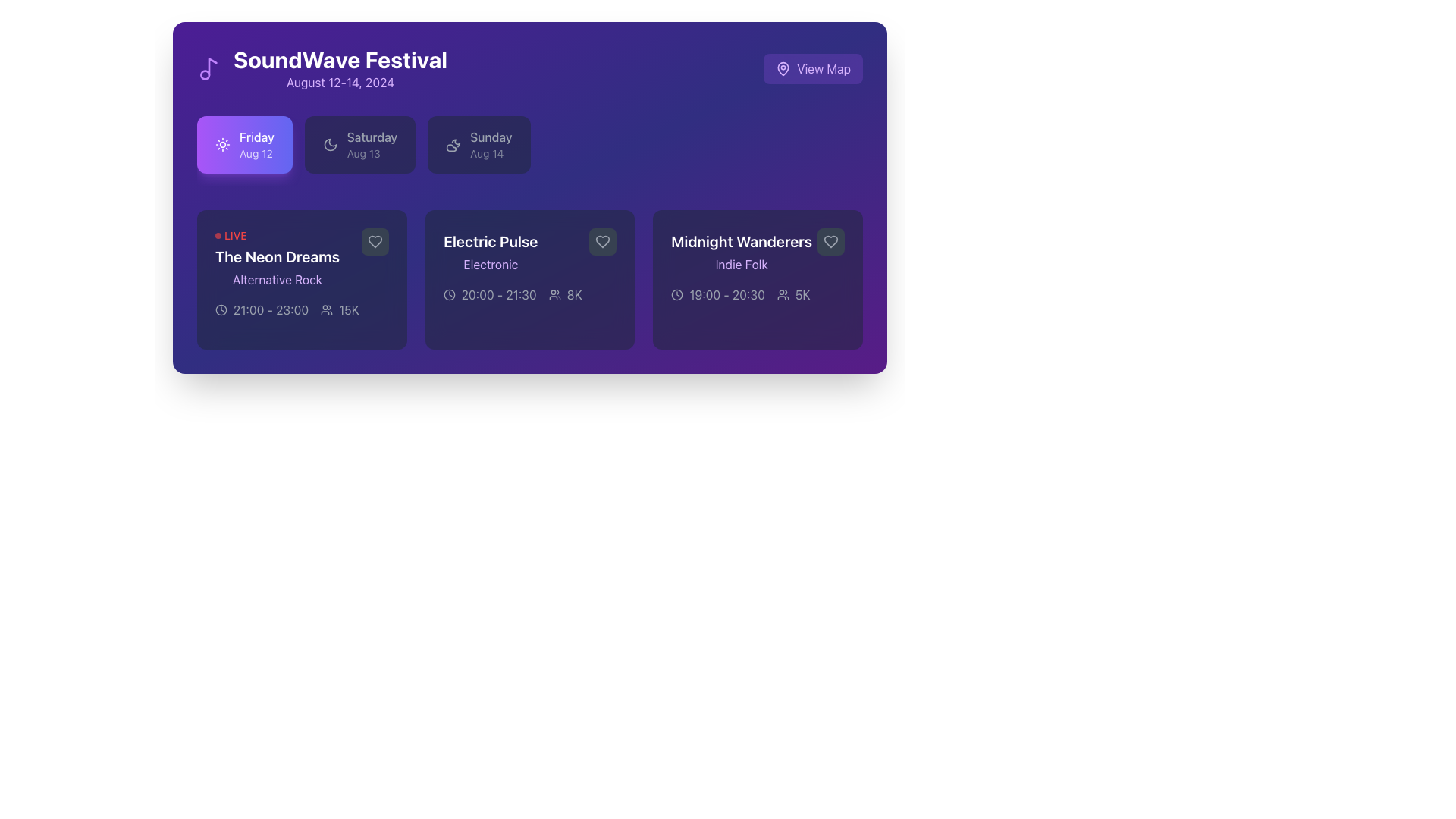 The image size is (1456, 819). What do you see at coordinates (348, 309) in the screenshot?
I see `the text label displaying '15K' in light gray font, located on the bottom right of the purple-themed card representing a musical event` at bounding box center [348, 309].